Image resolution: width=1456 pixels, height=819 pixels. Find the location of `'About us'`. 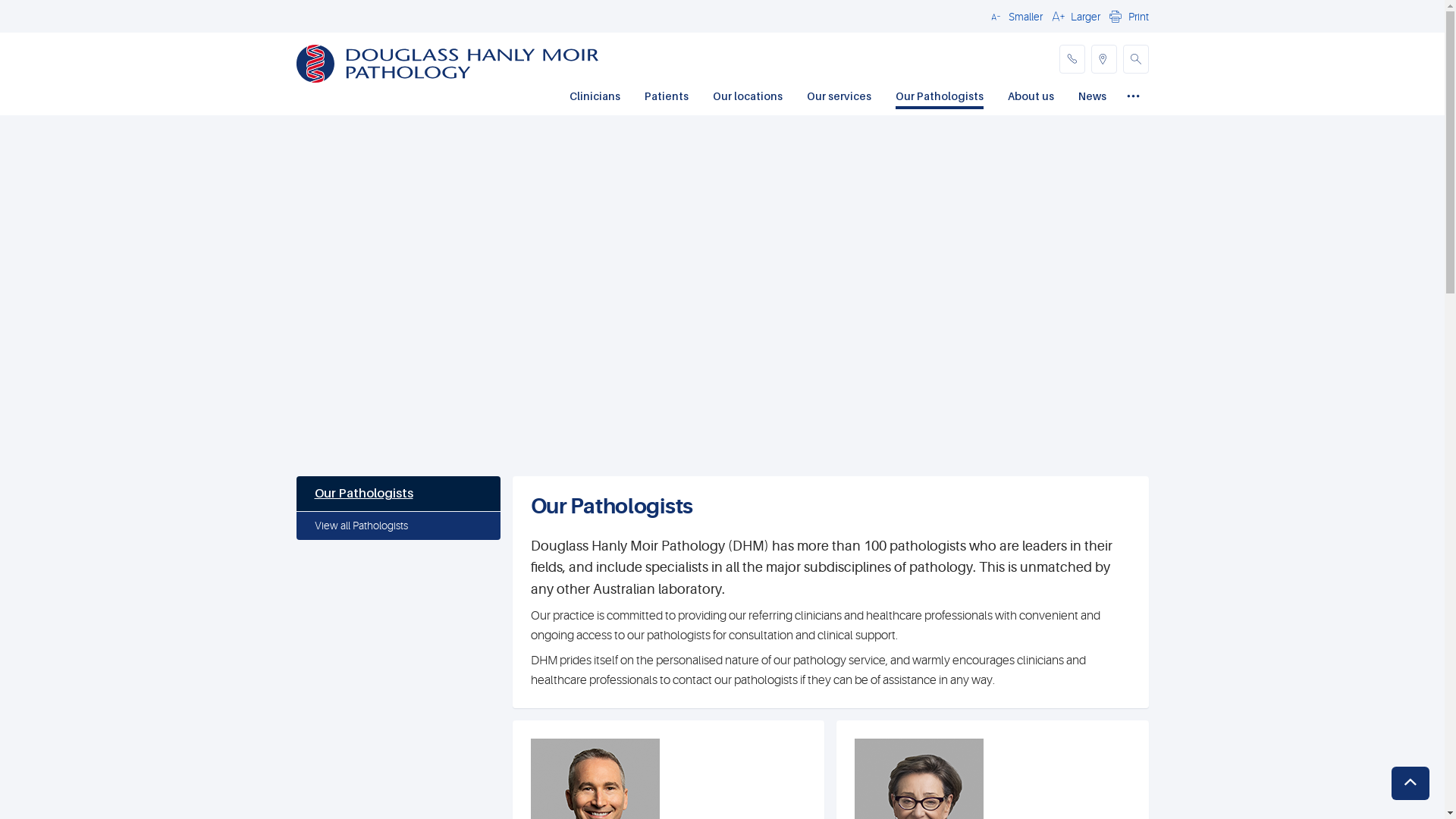

'About us' is located at coordinates (1007, 97).